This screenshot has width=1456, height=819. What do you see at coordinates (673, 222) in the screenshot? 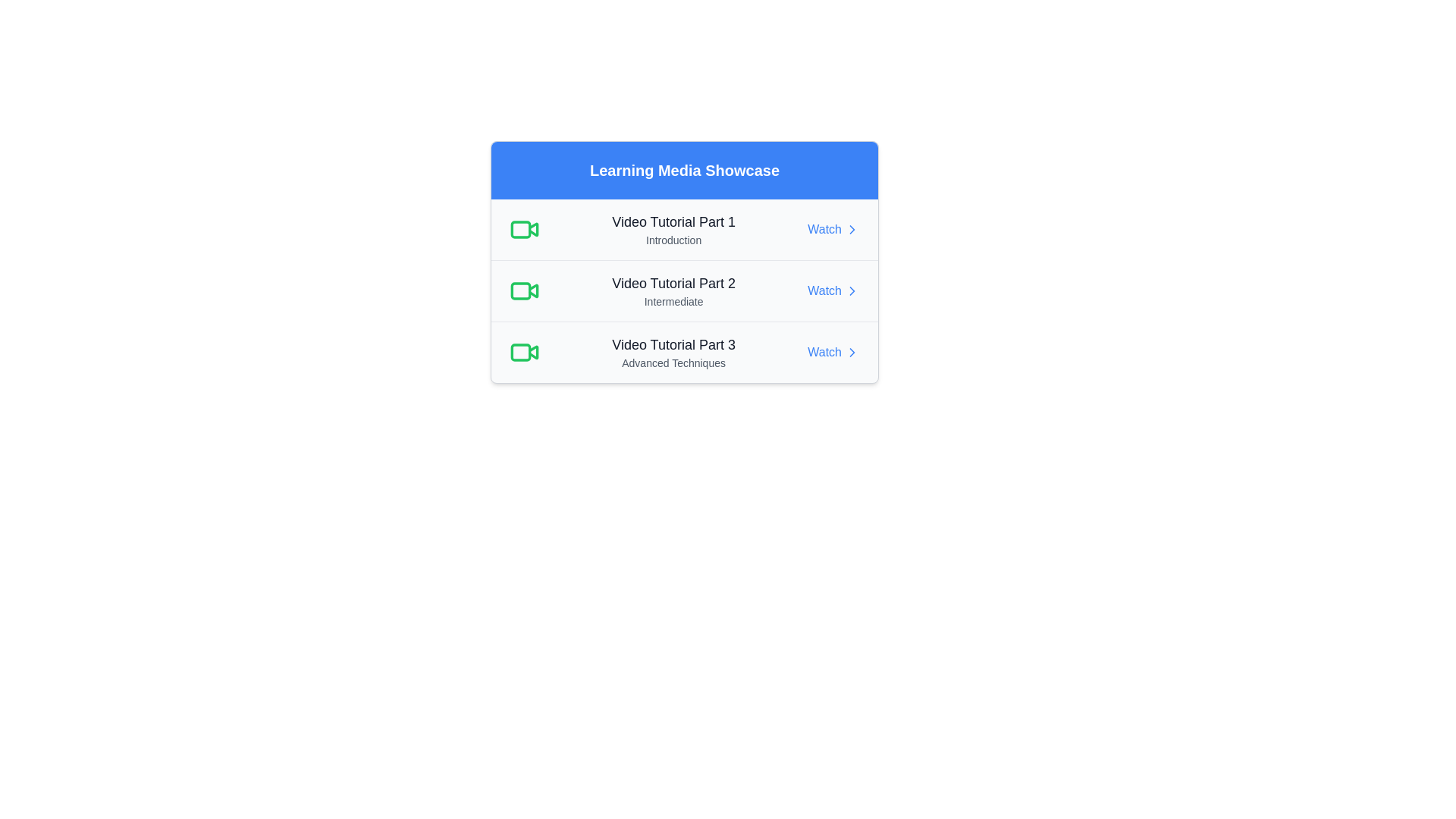
I see `text label displaying 'Video Tutorial Part 1' located at the top-left of the card section titled 'Learning Media Showcase'` at bounding box center [673, 222].